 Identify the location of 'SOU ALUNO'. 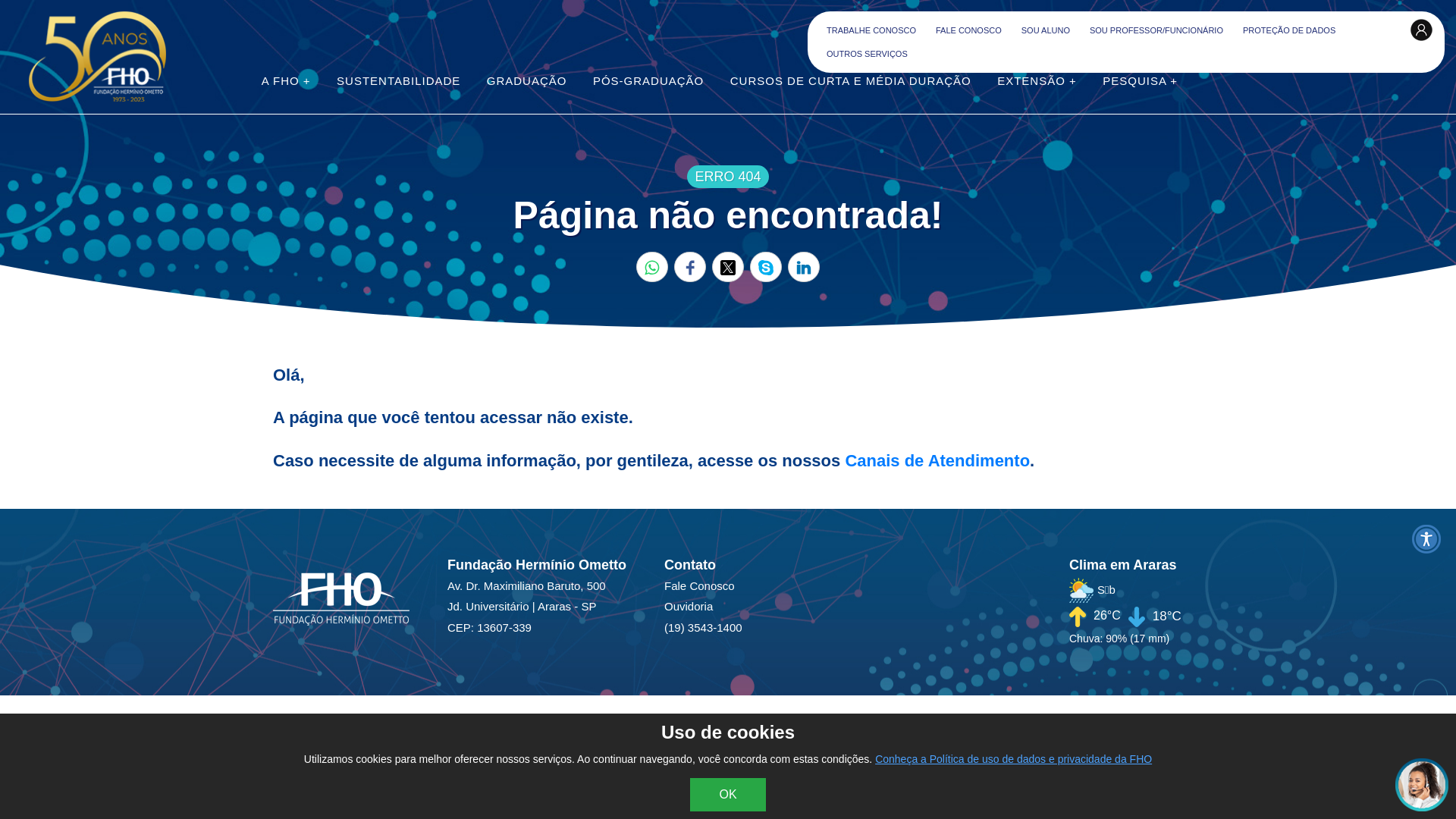
(1044, 30).